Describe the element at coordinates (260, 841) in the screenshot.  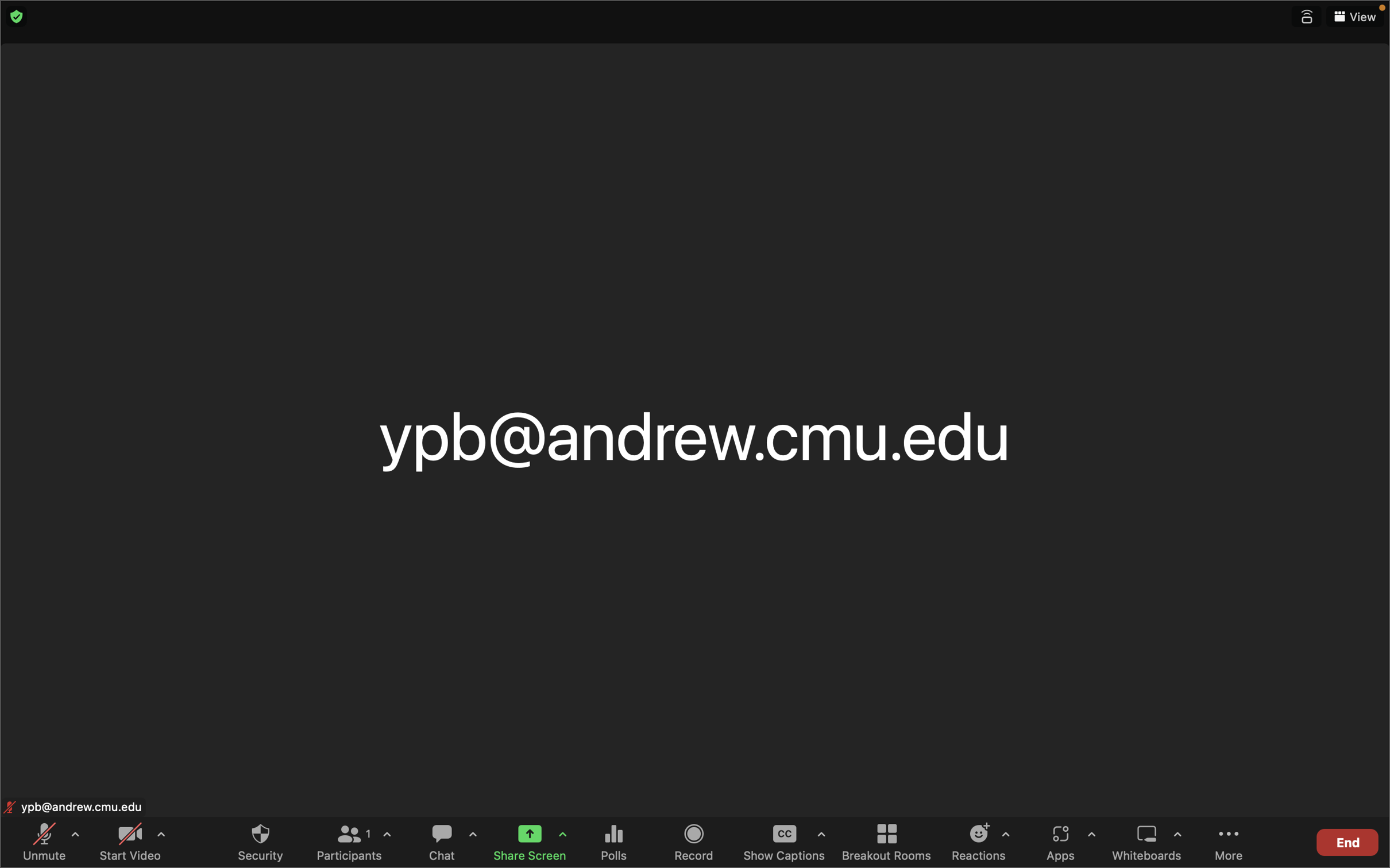
I see `Engage with the security mechanism` at that location.